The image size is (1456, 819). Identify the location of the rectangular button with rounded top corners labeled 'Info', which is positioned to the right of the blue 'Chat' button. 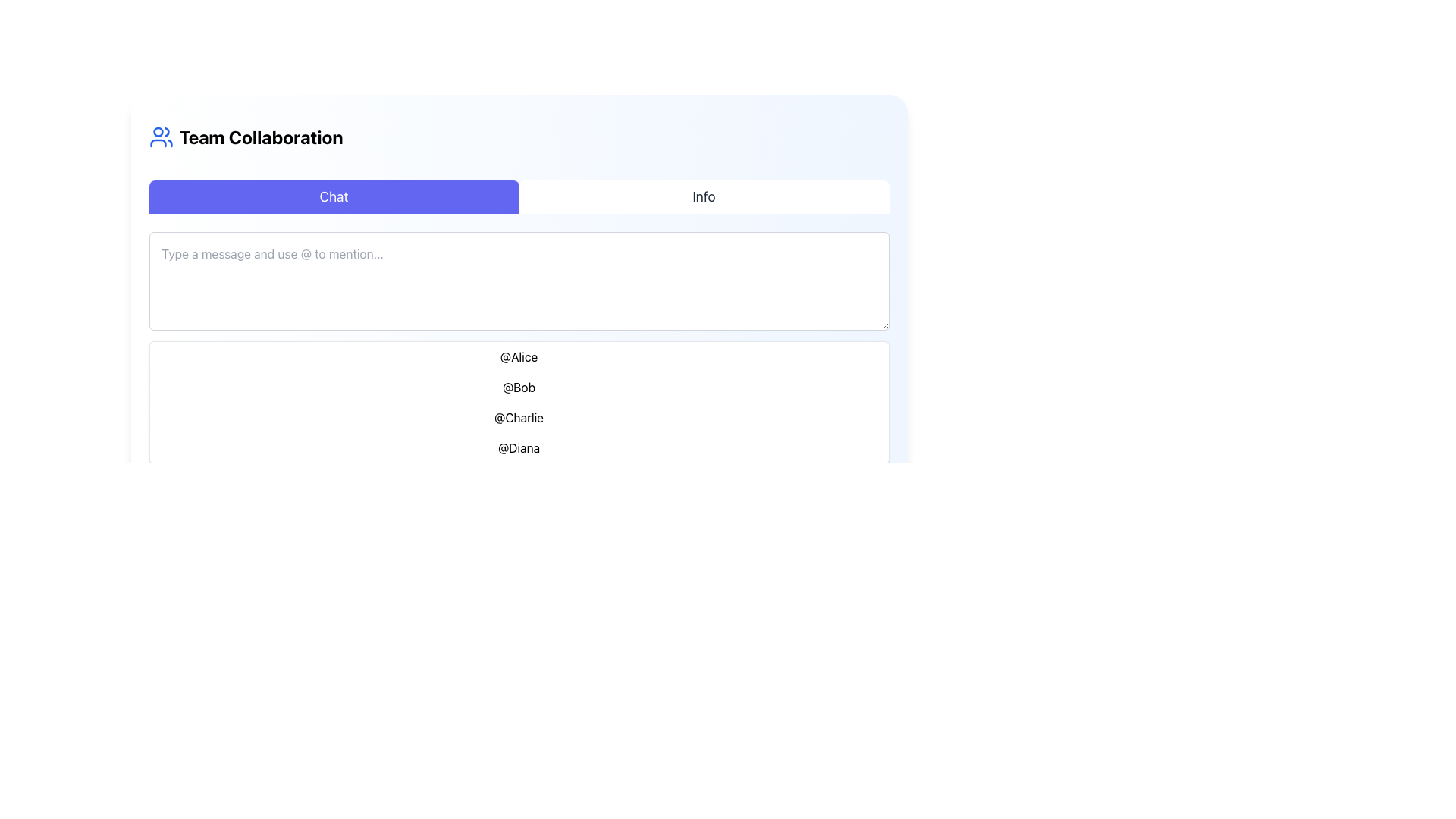
(703, 196).